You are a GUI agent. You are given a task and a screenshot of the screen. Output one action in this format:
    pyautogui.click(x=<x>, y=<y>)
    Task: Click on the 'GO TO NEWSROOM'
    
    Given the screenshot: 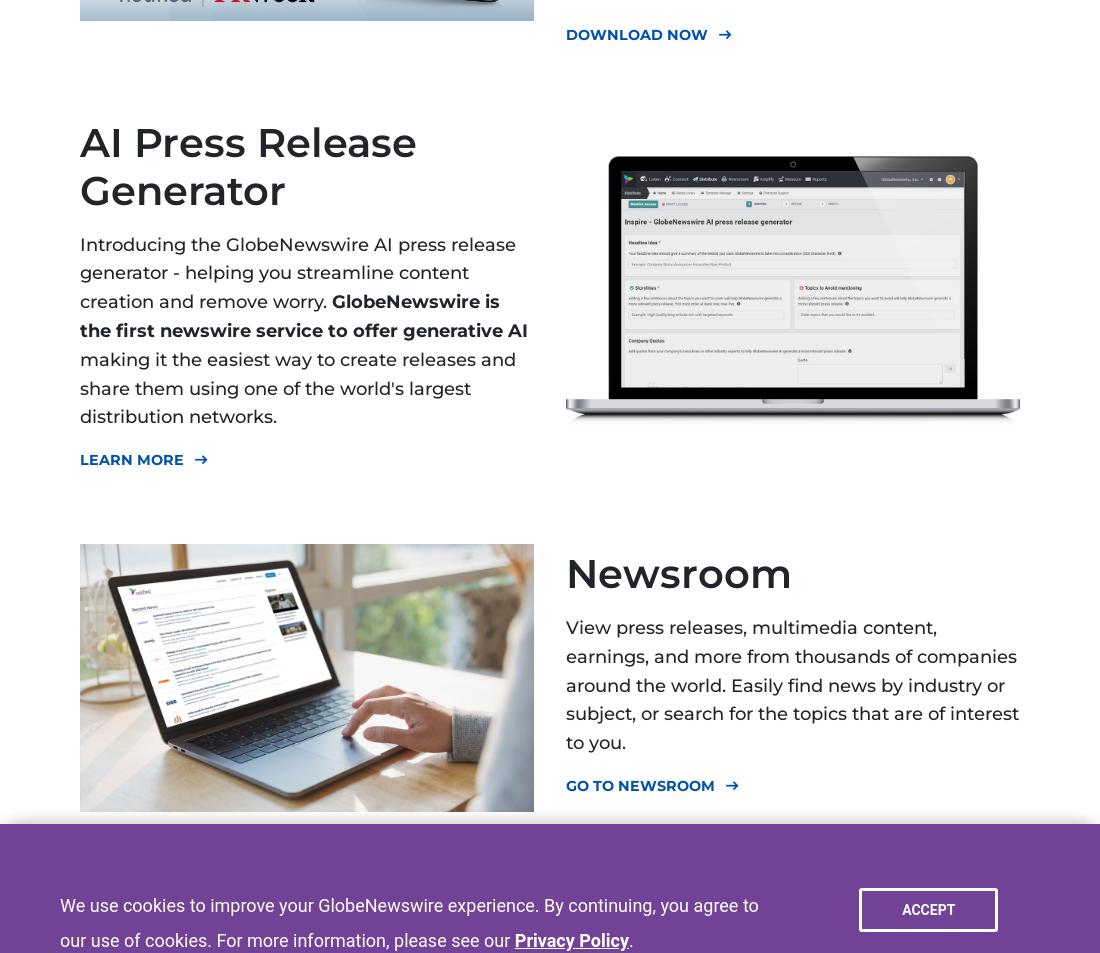 What is the action you would take?
    pyautogui.click(x=640, y=784)
    